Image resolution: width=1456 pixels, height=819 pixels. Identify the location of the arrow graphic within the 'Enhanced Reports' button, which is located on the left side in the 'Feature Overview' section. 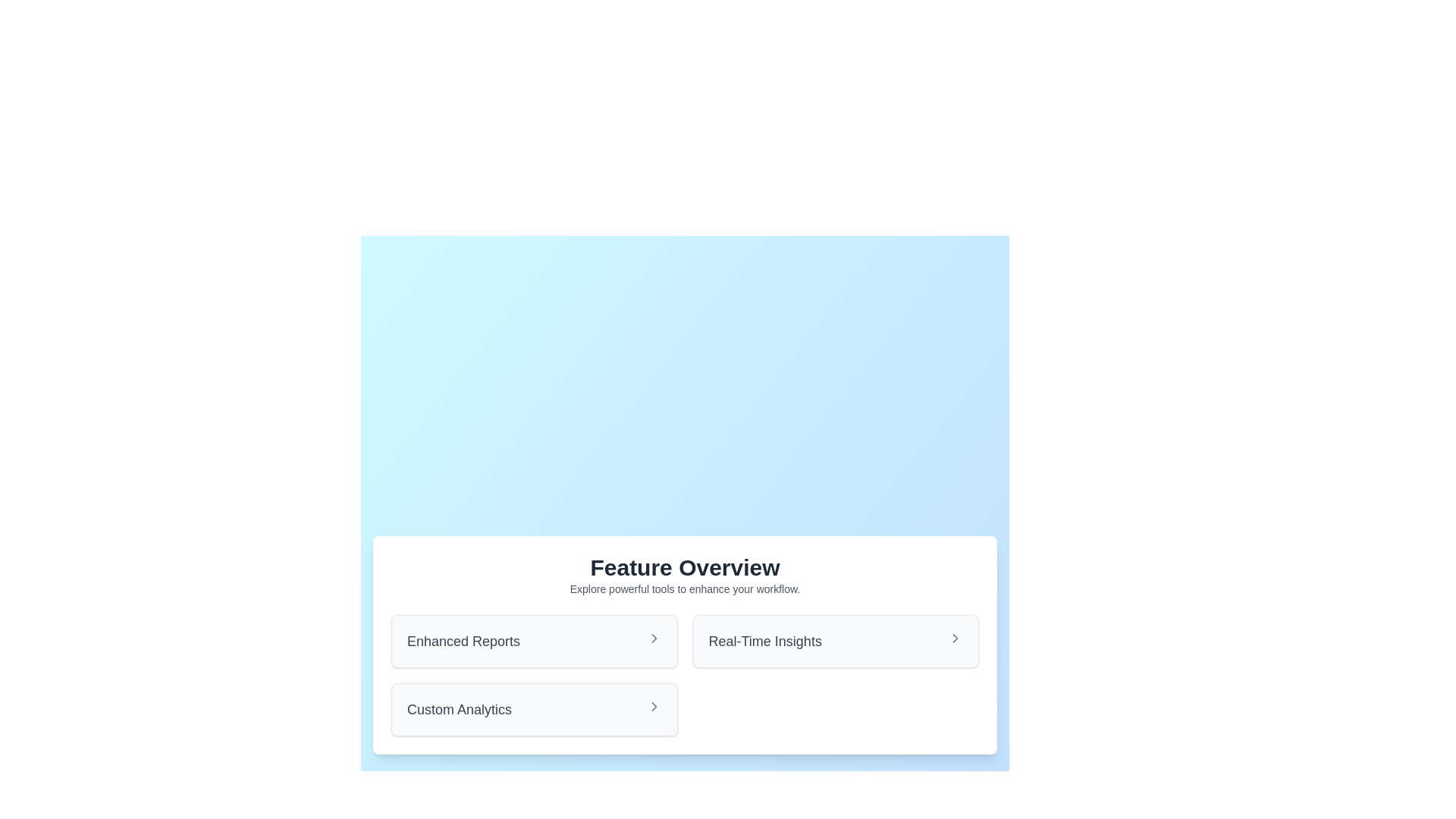
(654, 638).